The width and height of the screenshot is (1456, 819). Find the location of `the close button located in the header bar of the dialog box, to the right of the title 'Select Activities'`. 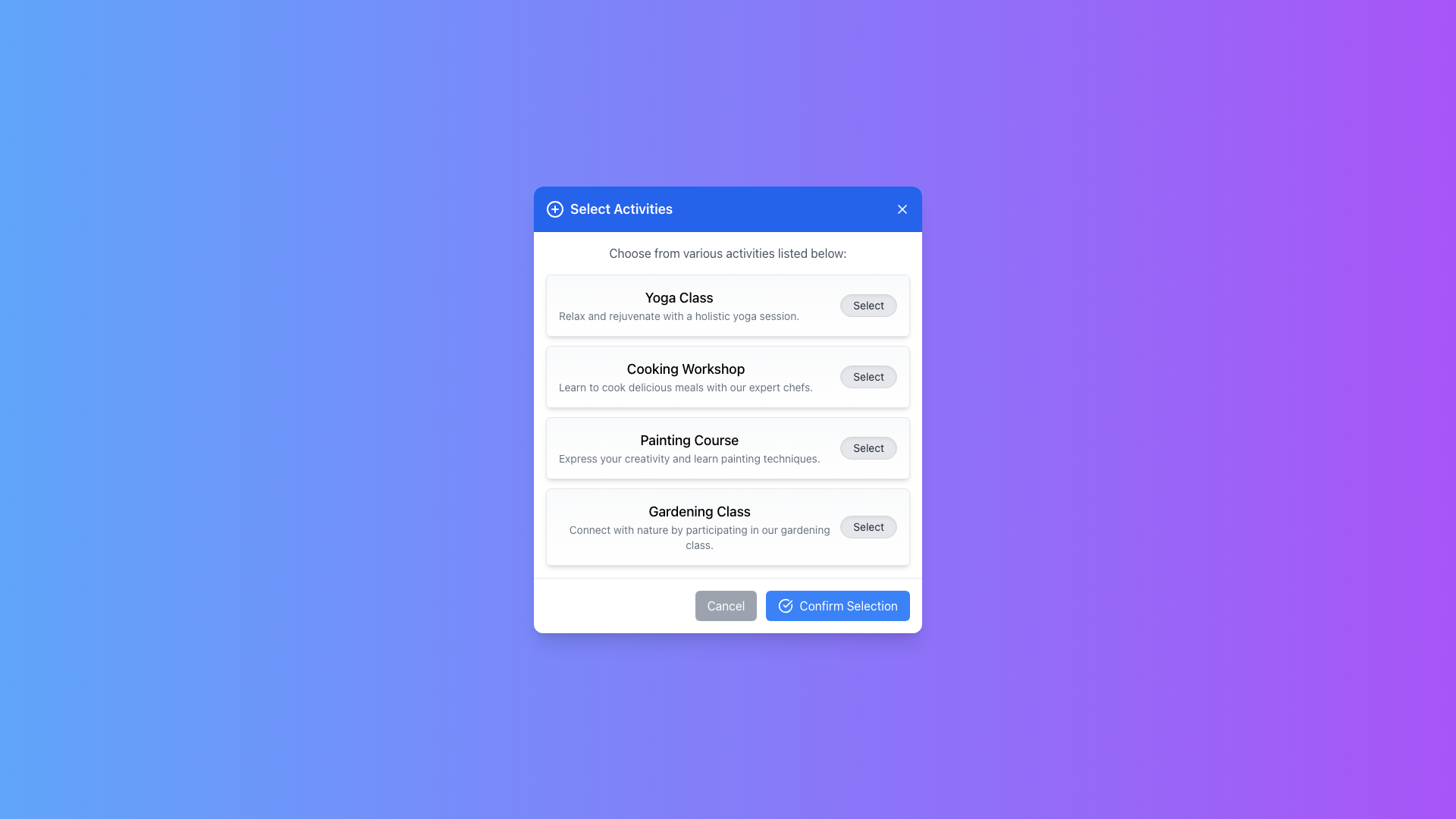

the close button located in the header bar of the dialog box, to the right of the title 'Select Activities' is located at coordinates (902, 208).